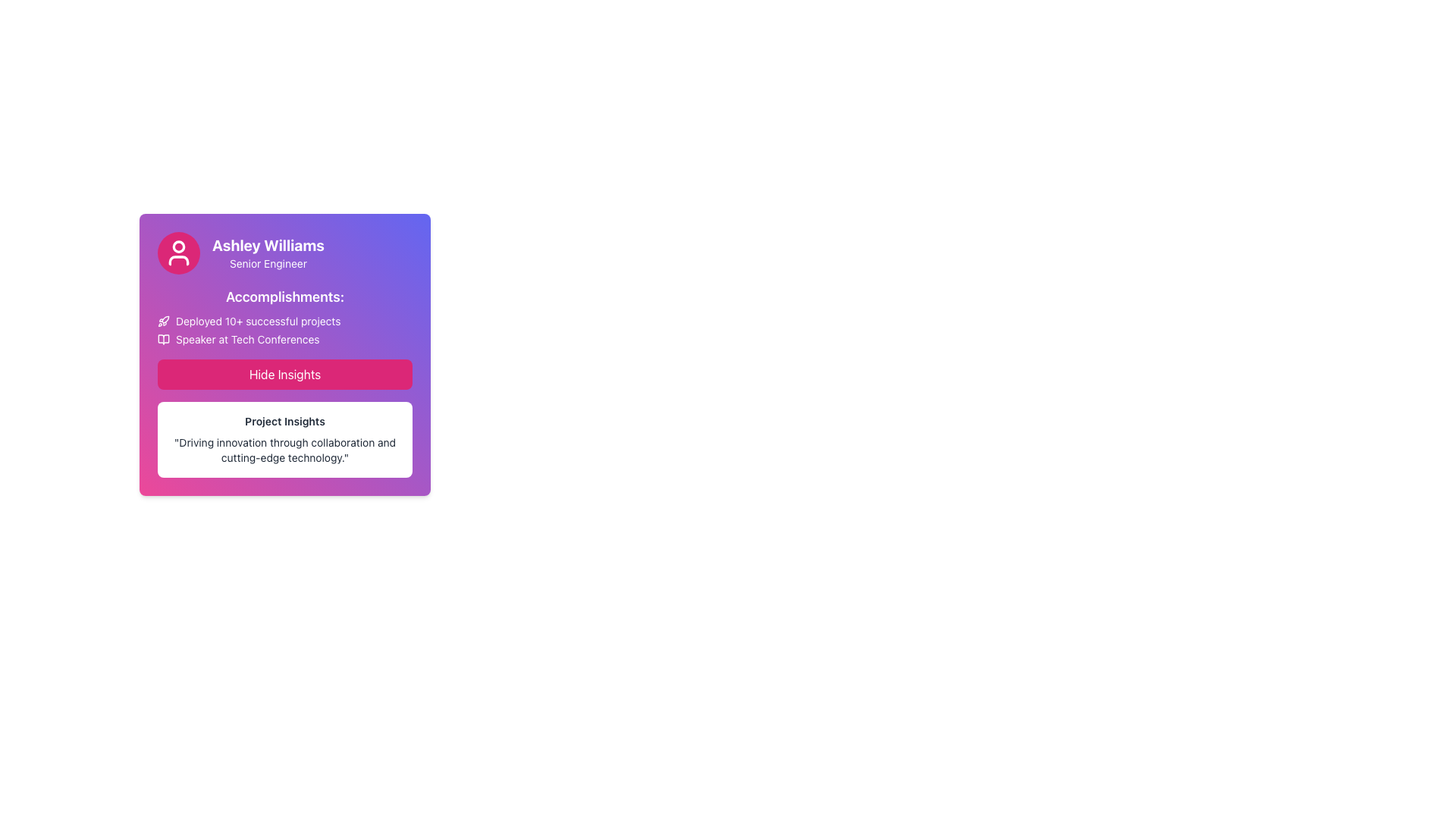  What do you see at coordinates (284, 338) in the screenshot?
I see `the Text with Icon that reads 'Speaker at Tech Conferences', which is styled in white on a purple background and features an icon resembling an open book` at bounding box center [284, 338].